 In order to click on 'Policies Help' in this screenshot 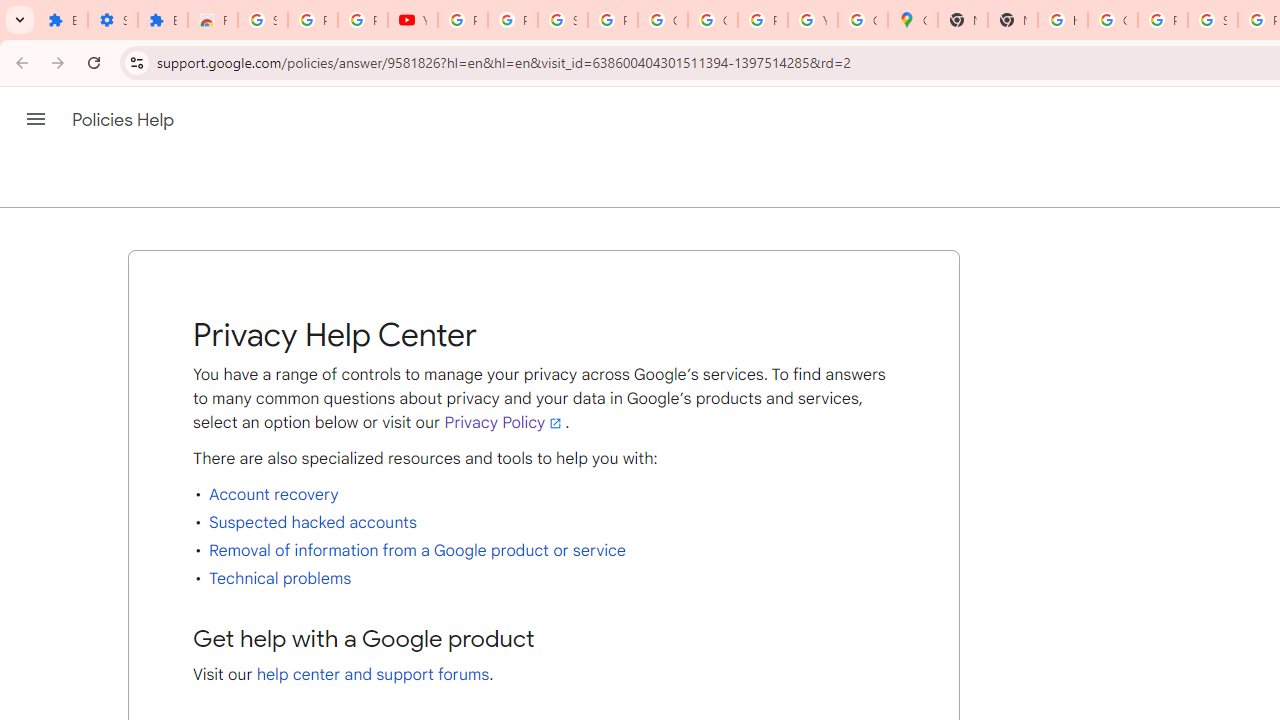, I will do `click(123, 119)`.